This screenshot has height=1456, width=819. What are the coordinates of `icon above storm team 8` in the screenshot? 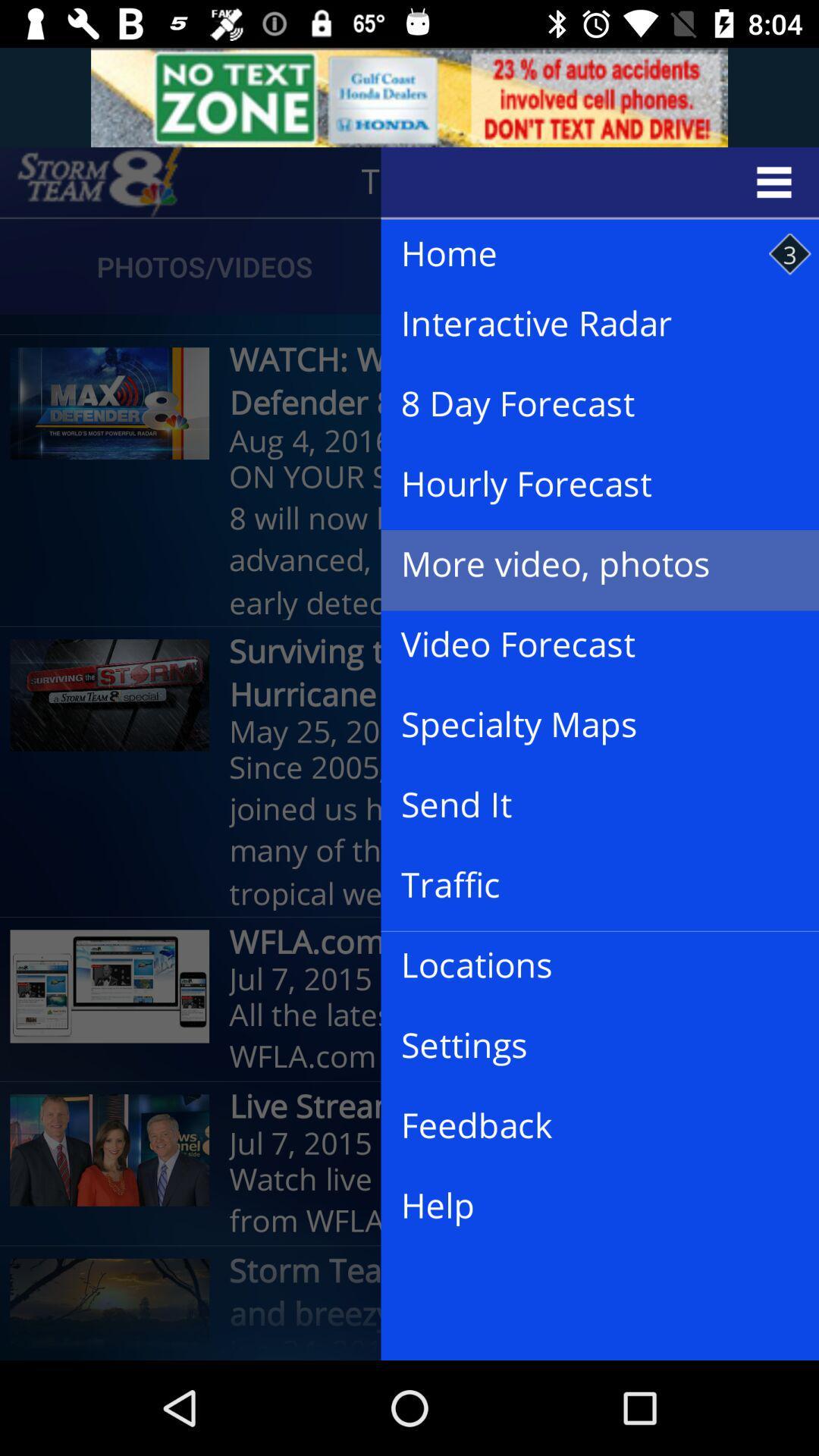 It's located at (587, 1206).